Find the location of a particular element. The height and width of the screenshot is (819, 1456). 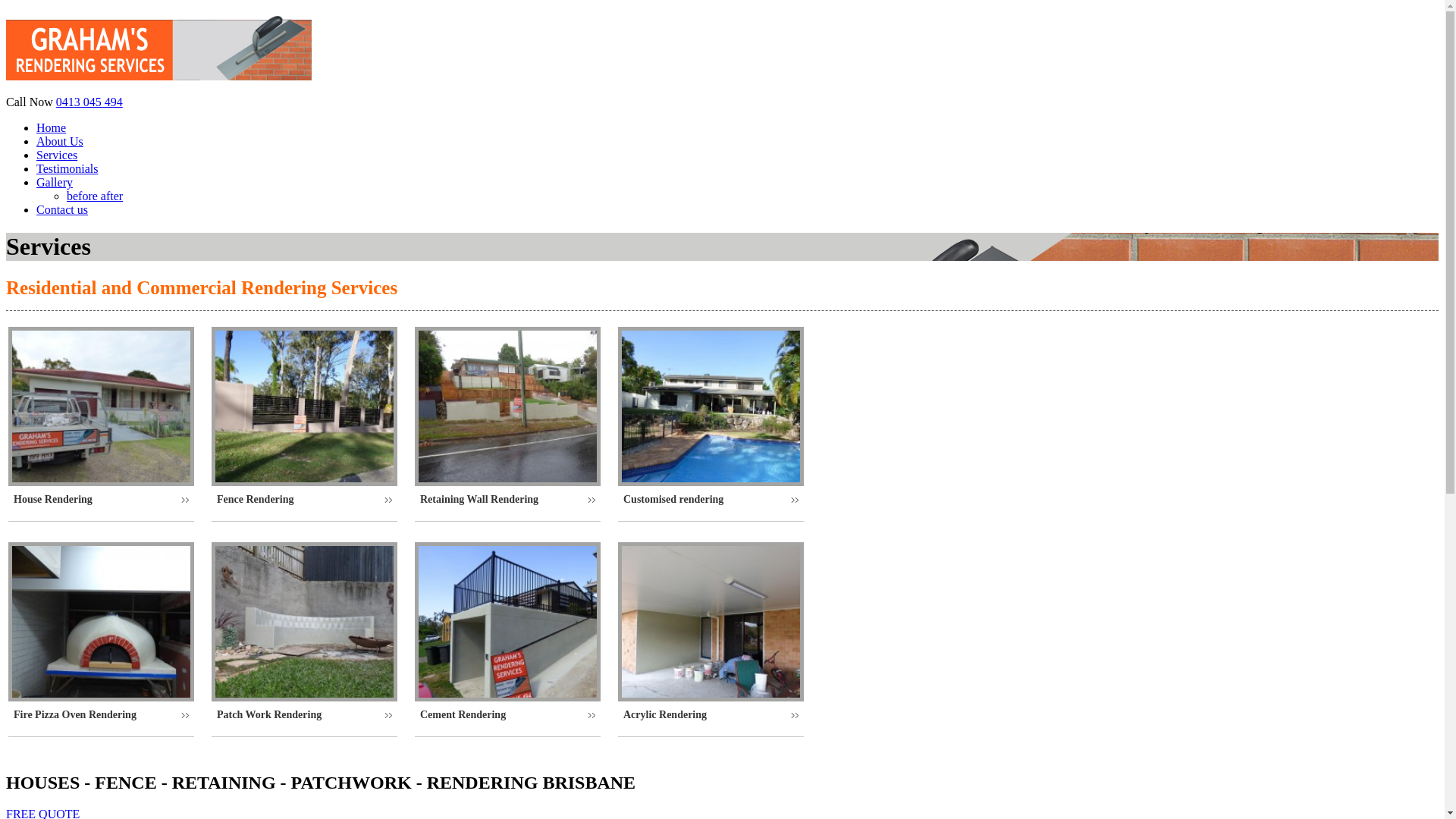

'Fire Pizza Oven Rendering' is located at coordinates (14, 714).